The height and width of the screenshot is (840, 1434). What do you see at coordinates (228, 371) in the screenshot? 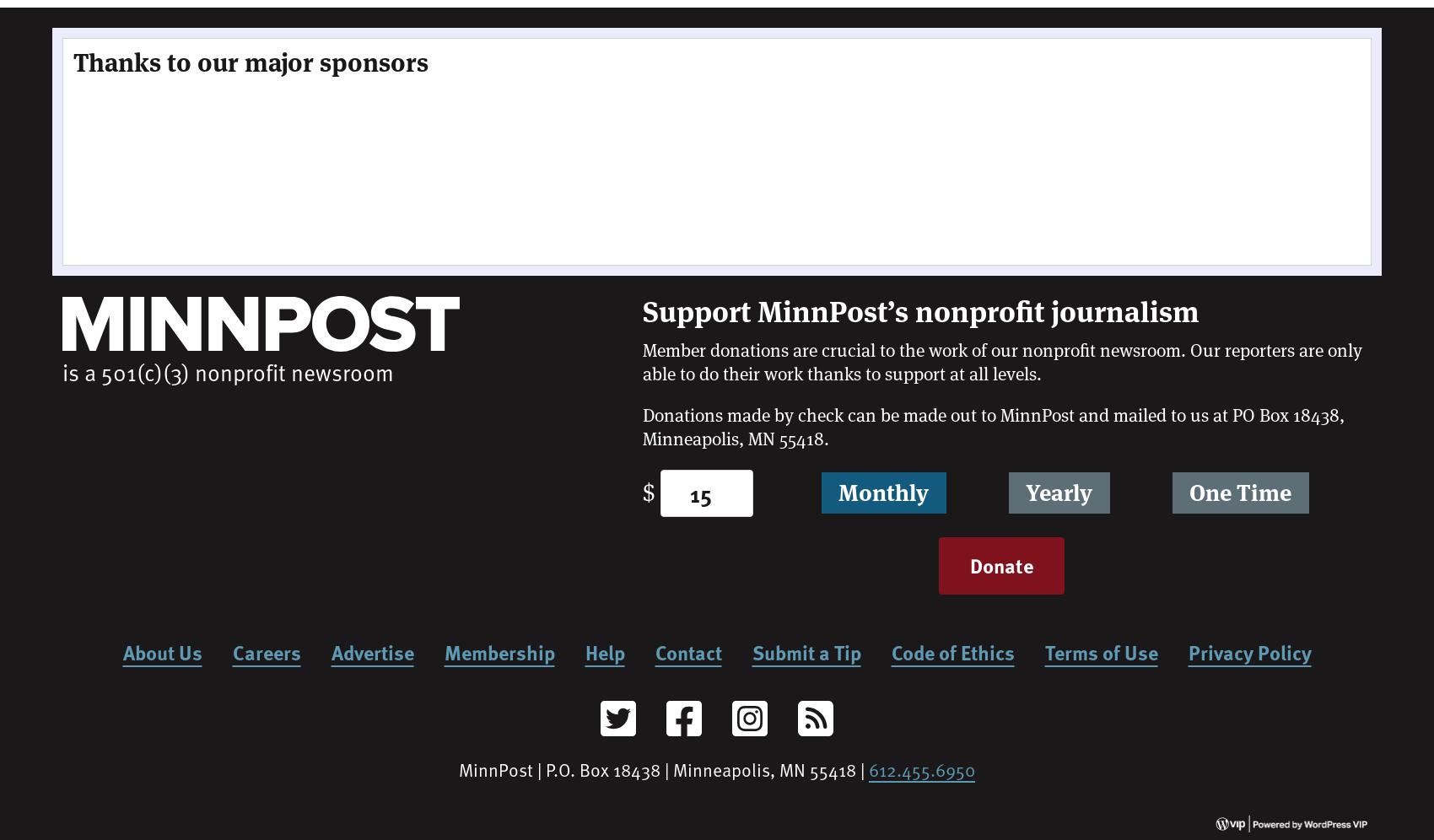
I see `'is a 501(c)(3) nonprofit newsroom'` at bounding box center [228, 371].